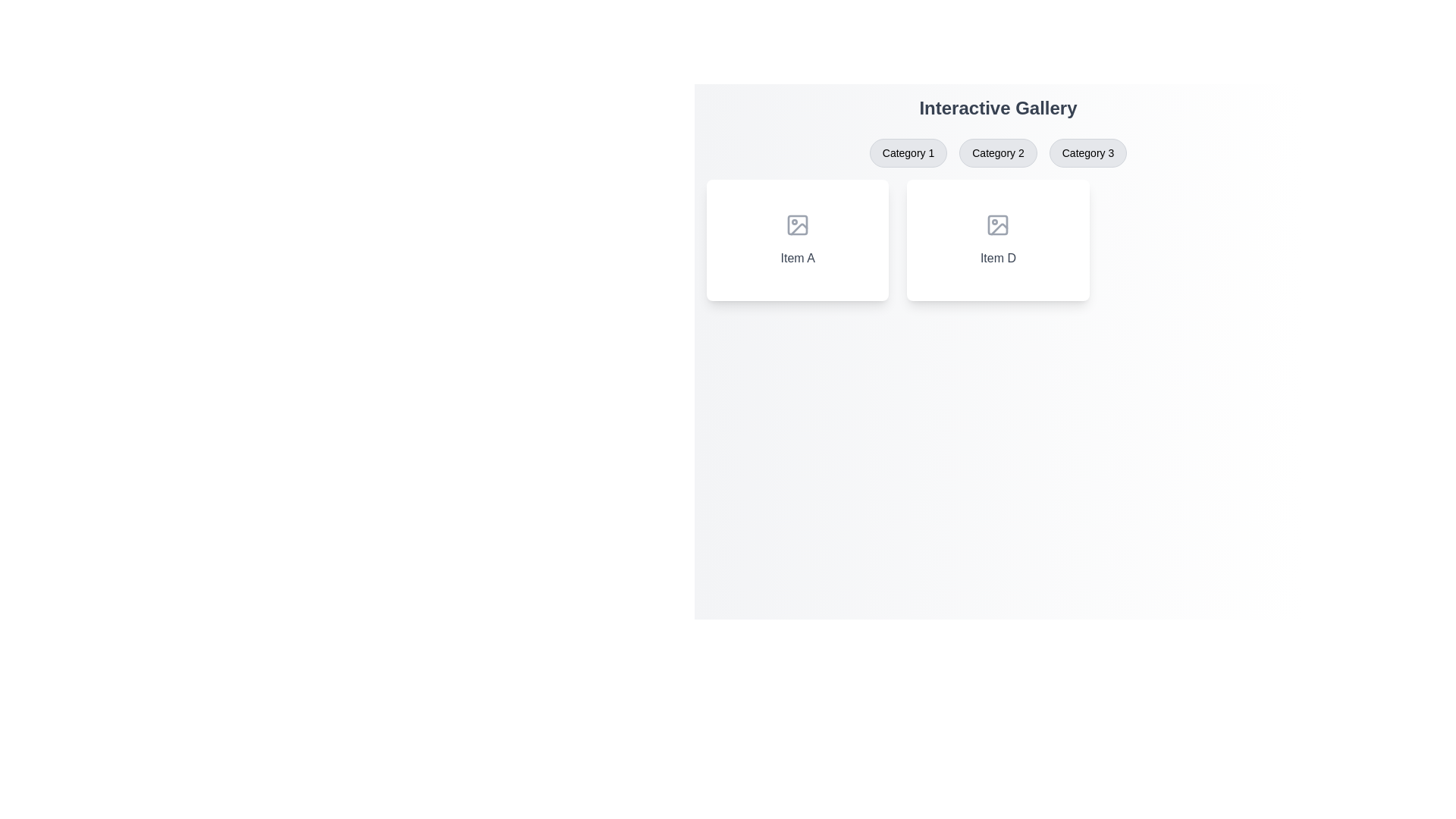 The height and width of the screenshot is (819, 1456). What do you see at coordinates (998, 107) in the screenshot?
I see `prominently styled heading displaying the text 'Interactive Gallery' in a bold font, located near the top center of the interface` at bounding box center [998, 107].